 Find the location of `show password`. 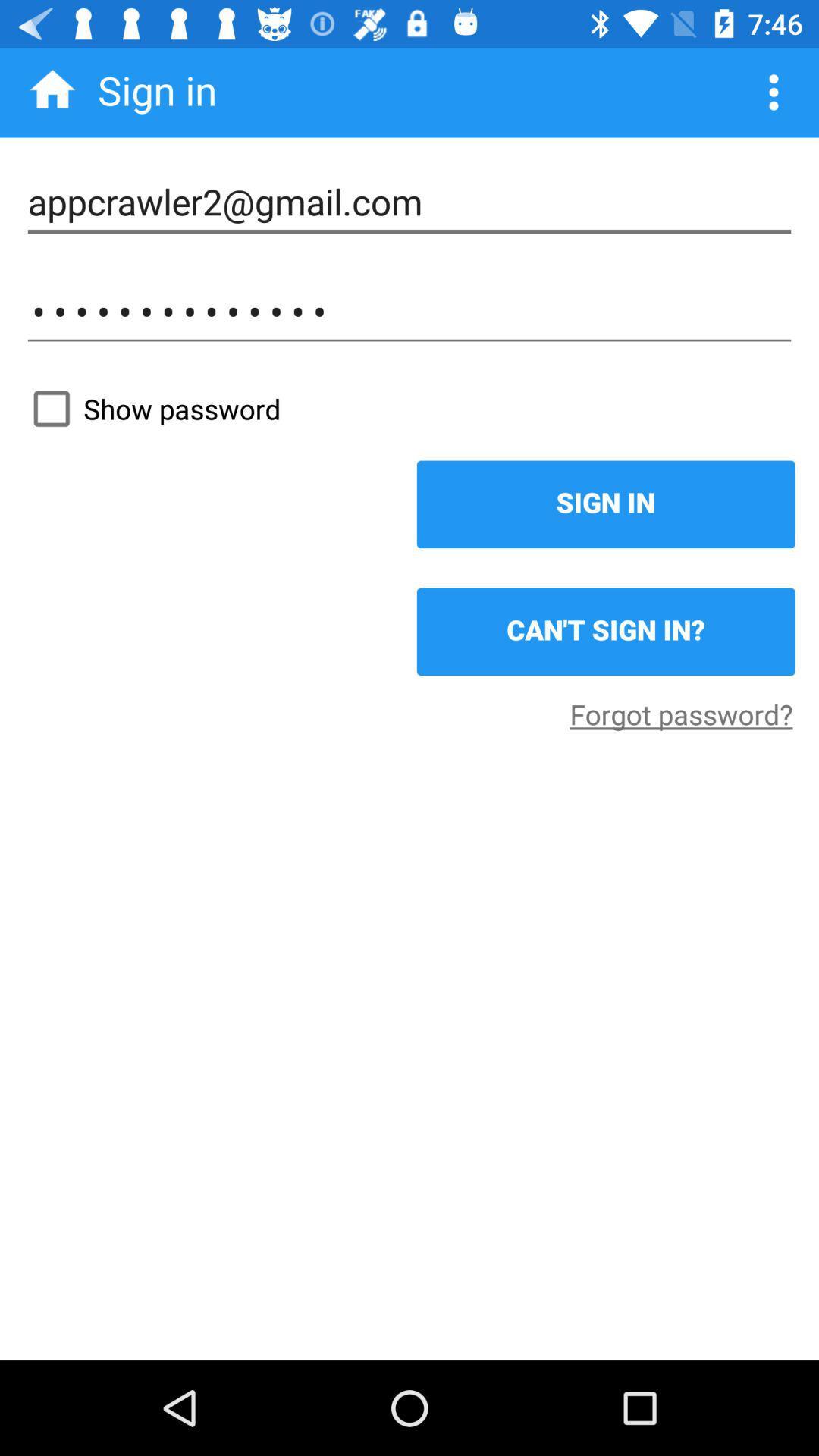

show password is located at coordinates (409, 409).